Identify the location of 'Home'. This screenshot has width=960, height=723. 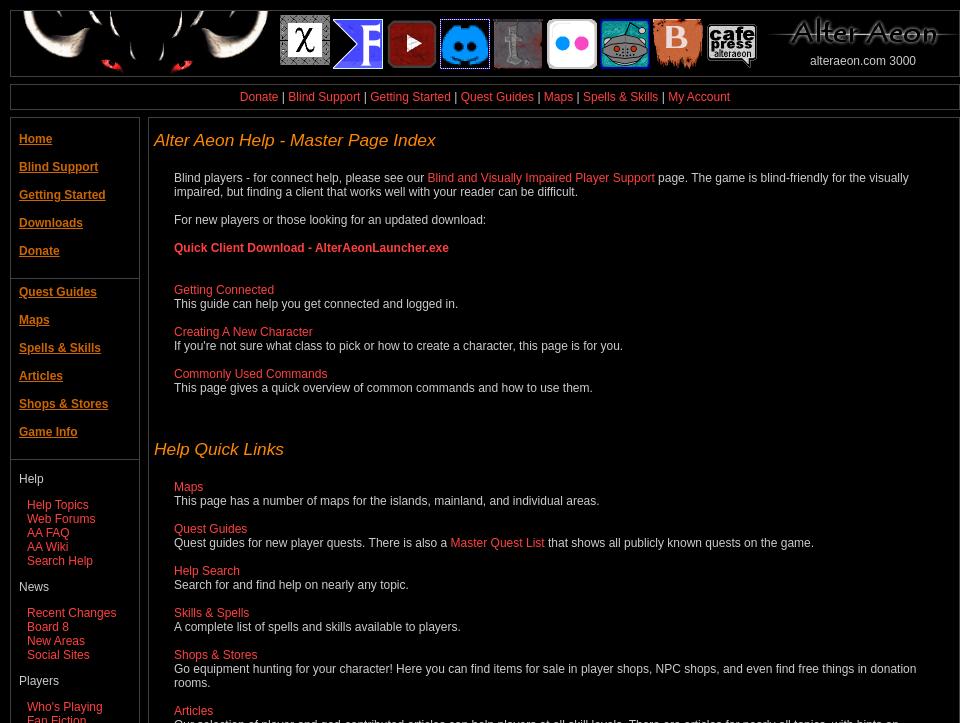
(34, 138).